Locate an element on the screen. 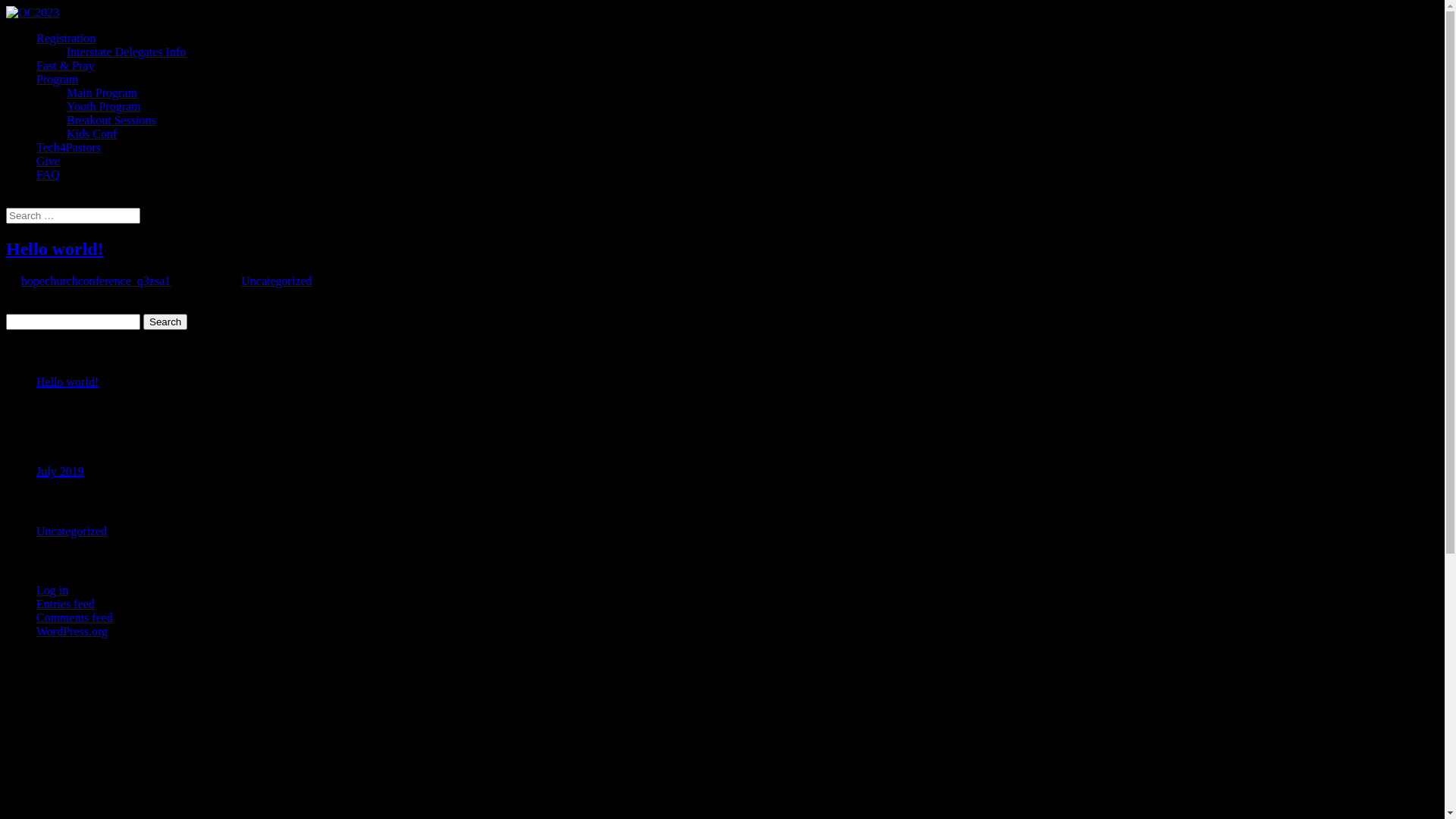 The image size is (1456, 819). 'Log in' is located at coordinates (52, 589).